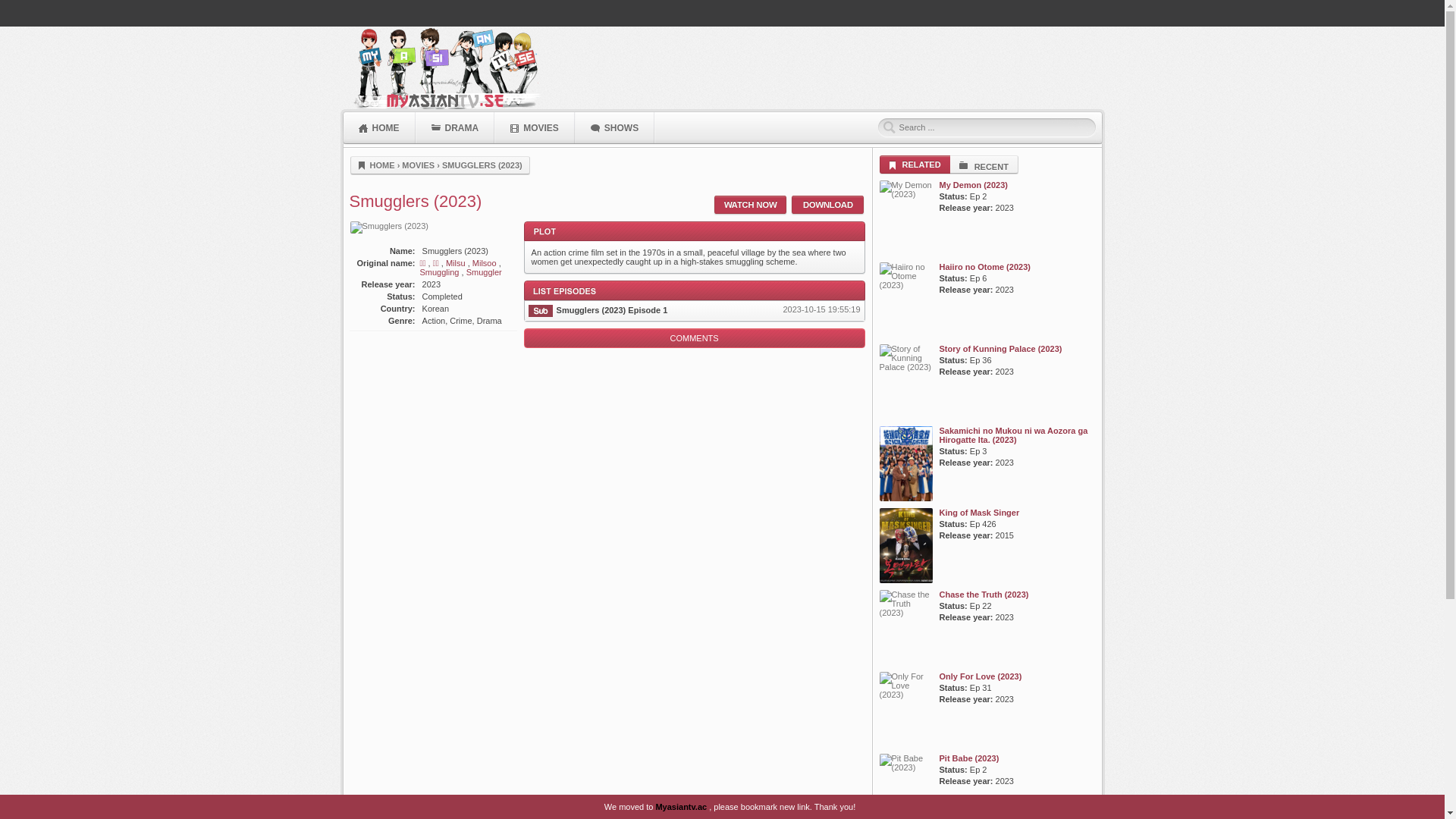  What do you see at coordinates (968, 758) in the screenshot?
I see `'Pit Babe (2023)'` at bounding box center [968, 758].